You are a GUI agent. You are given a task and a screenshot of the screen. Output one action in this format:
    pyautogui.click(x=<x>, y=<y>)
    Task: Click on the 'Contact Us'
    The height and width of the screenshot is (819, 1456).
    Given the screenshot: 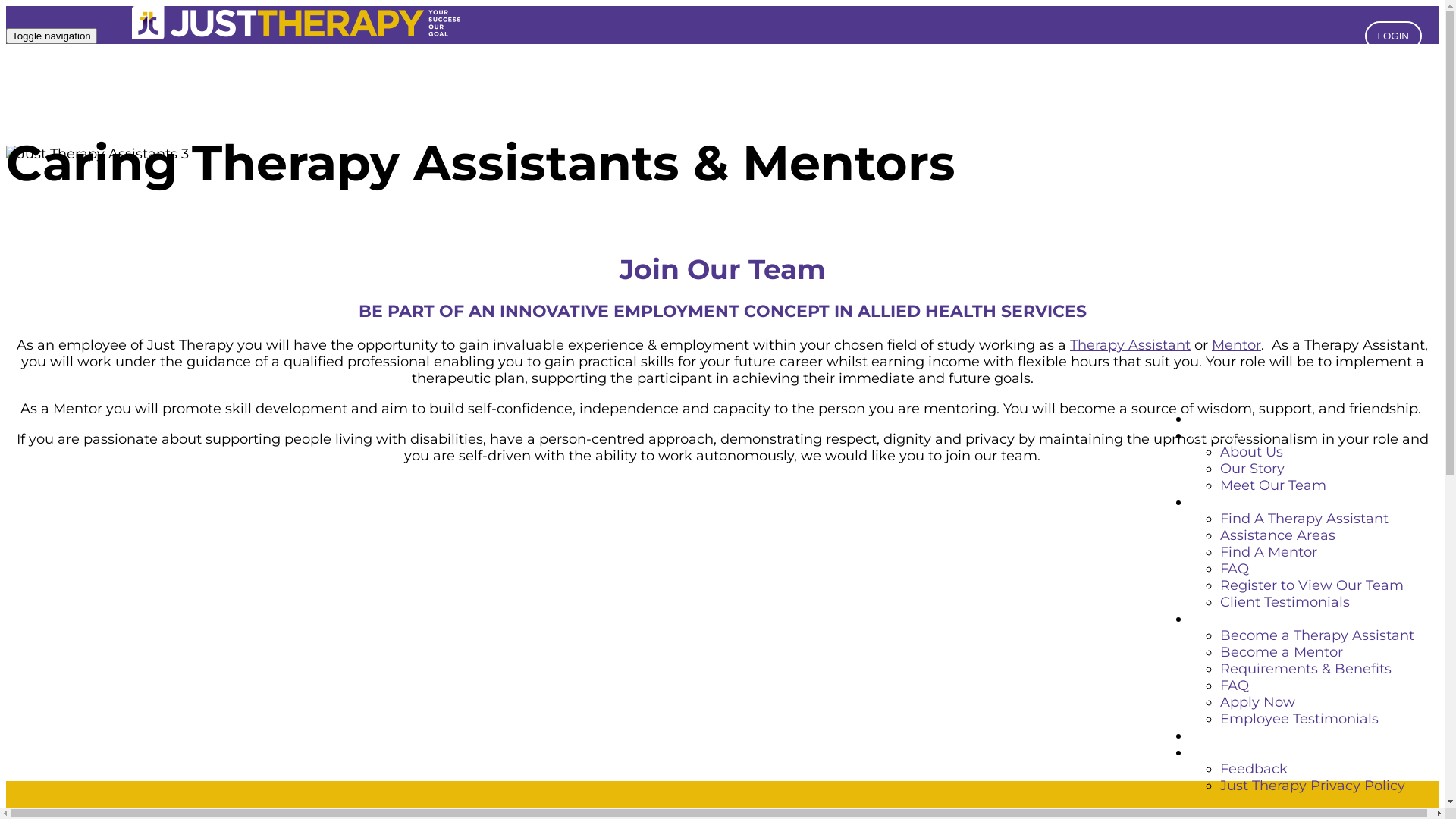 What is the action you would take?
    pyautogui.click(x=1227, y=734)
    